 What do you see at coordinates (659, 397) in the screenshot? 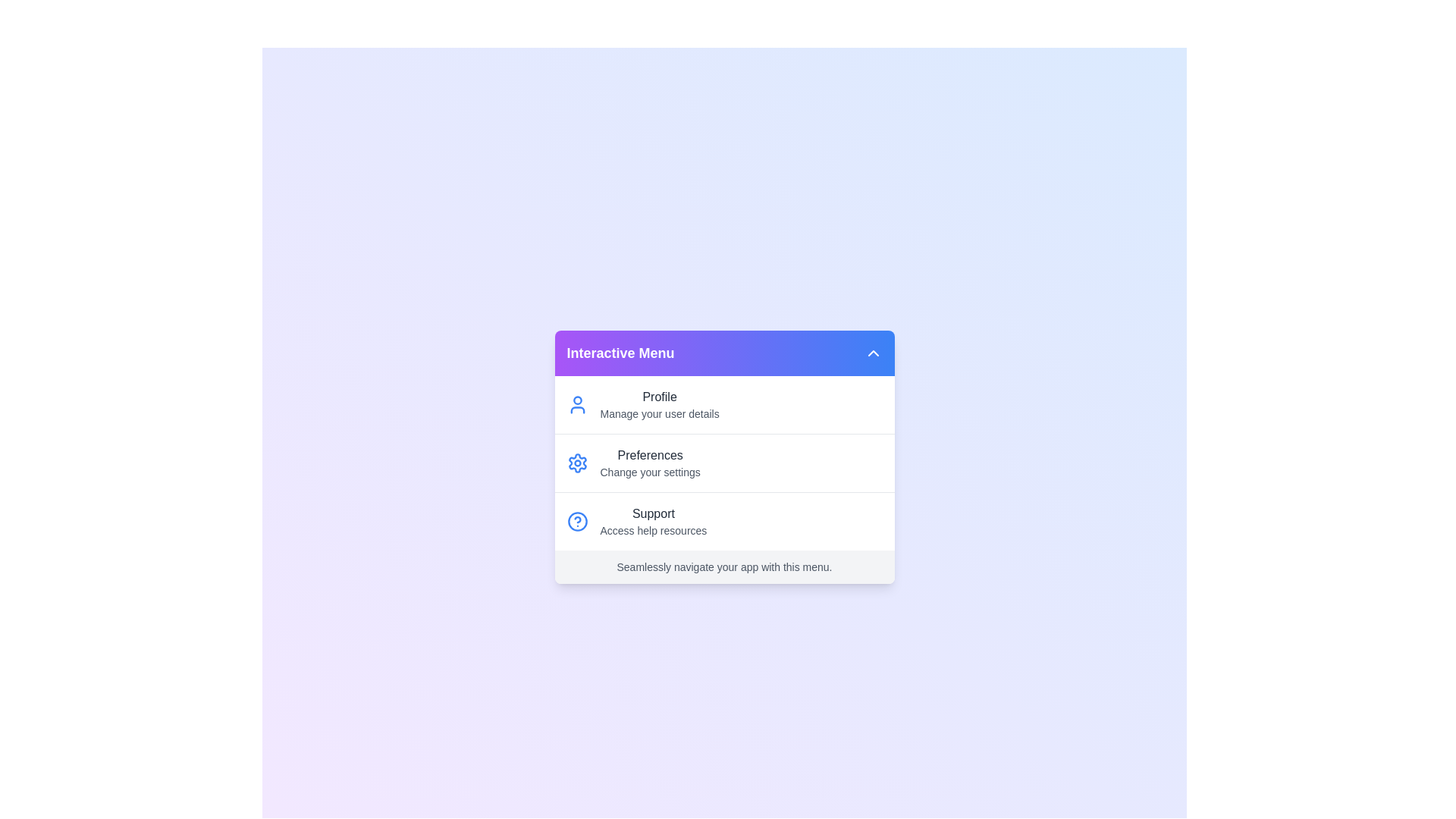
I see `the 'Profile' option in the menu` at bounding box center [659, 397].